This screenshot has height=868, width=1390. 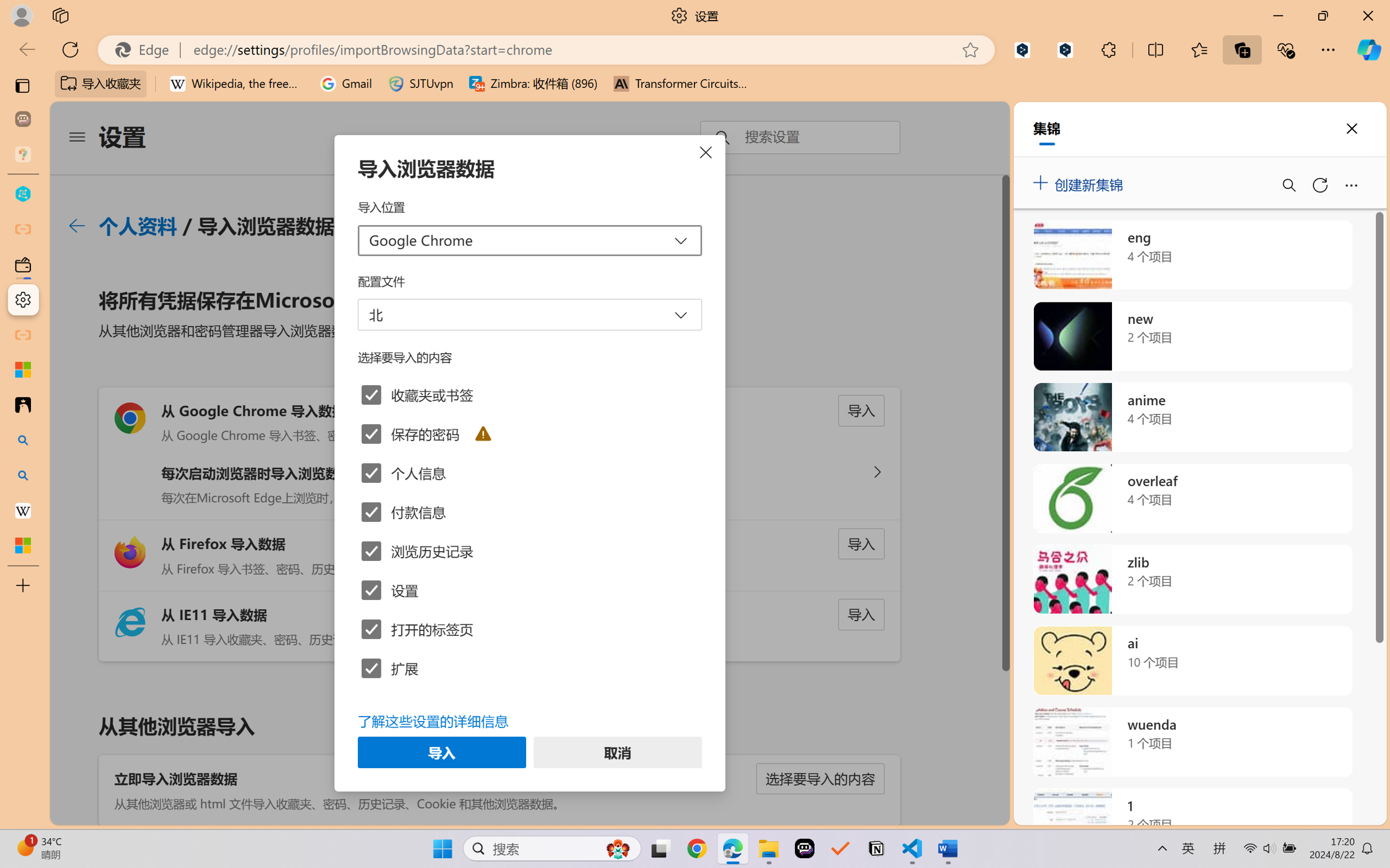 I want to click on 'Earth - Wikipedia', so click(x=22, y=509).